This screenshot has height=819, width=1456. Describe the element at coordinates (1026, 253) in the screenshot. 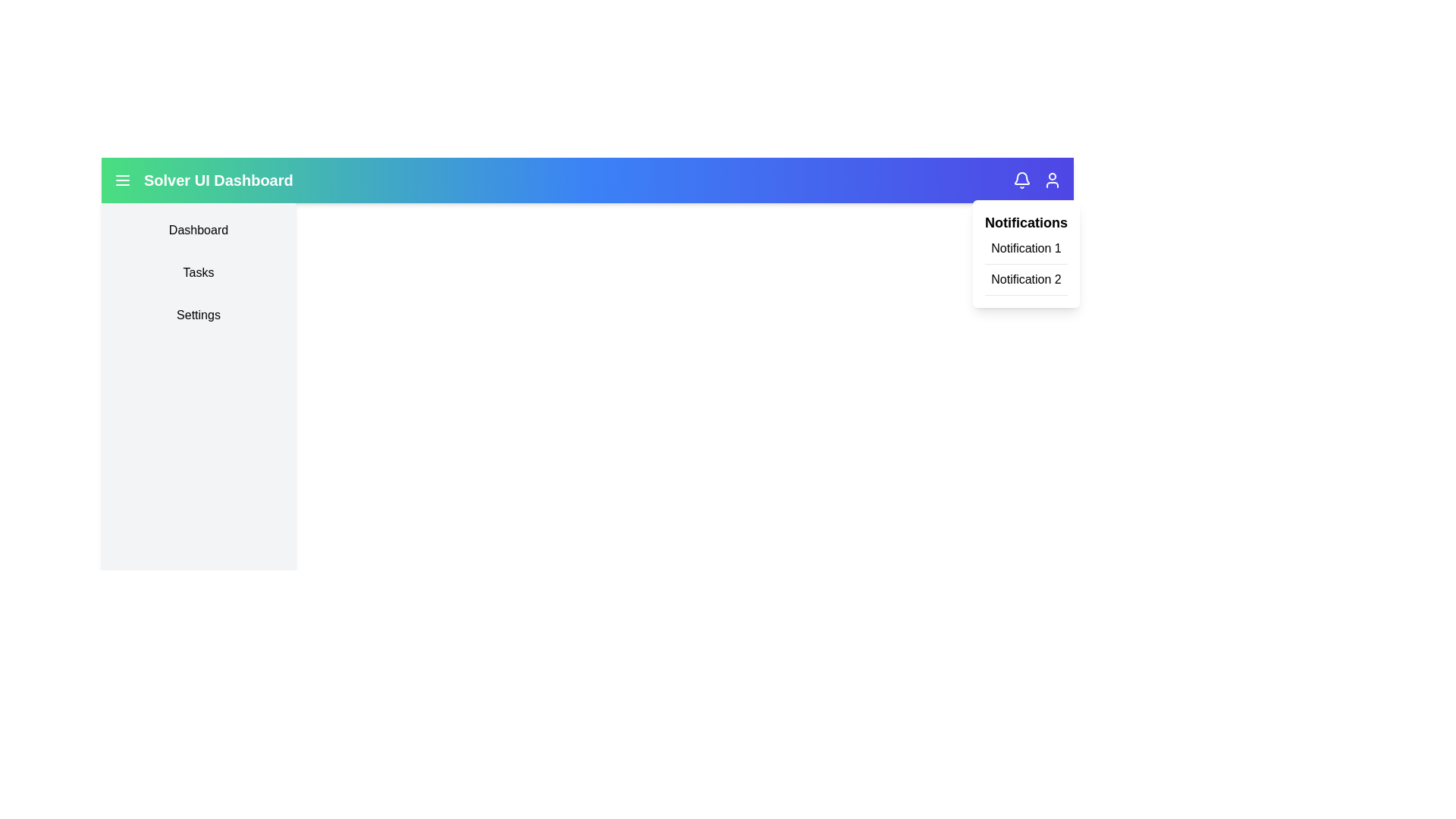

I see `the Notifications dropdown panel located at the top right corner of the interface, which contains a bold title and two notification items` at that location.